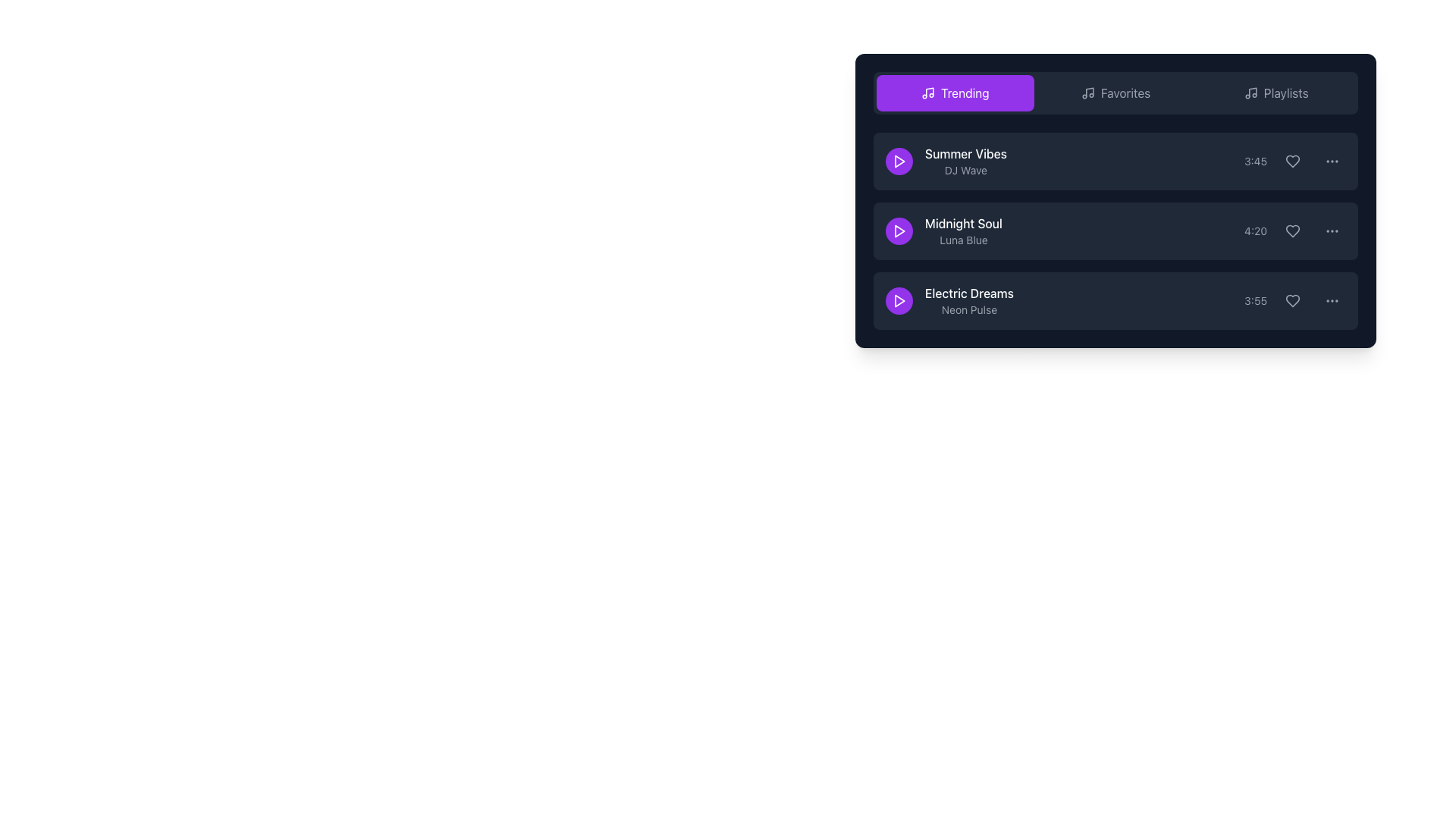 This screenshot has height=819, width=1456. What do you see at coordinates (1256, 161) in the screenshot?
I see `the static text label that displays the duration of a media item, positioned between the text and icon elements in the top item of the vertical list` at bounding box center [1256, 161].